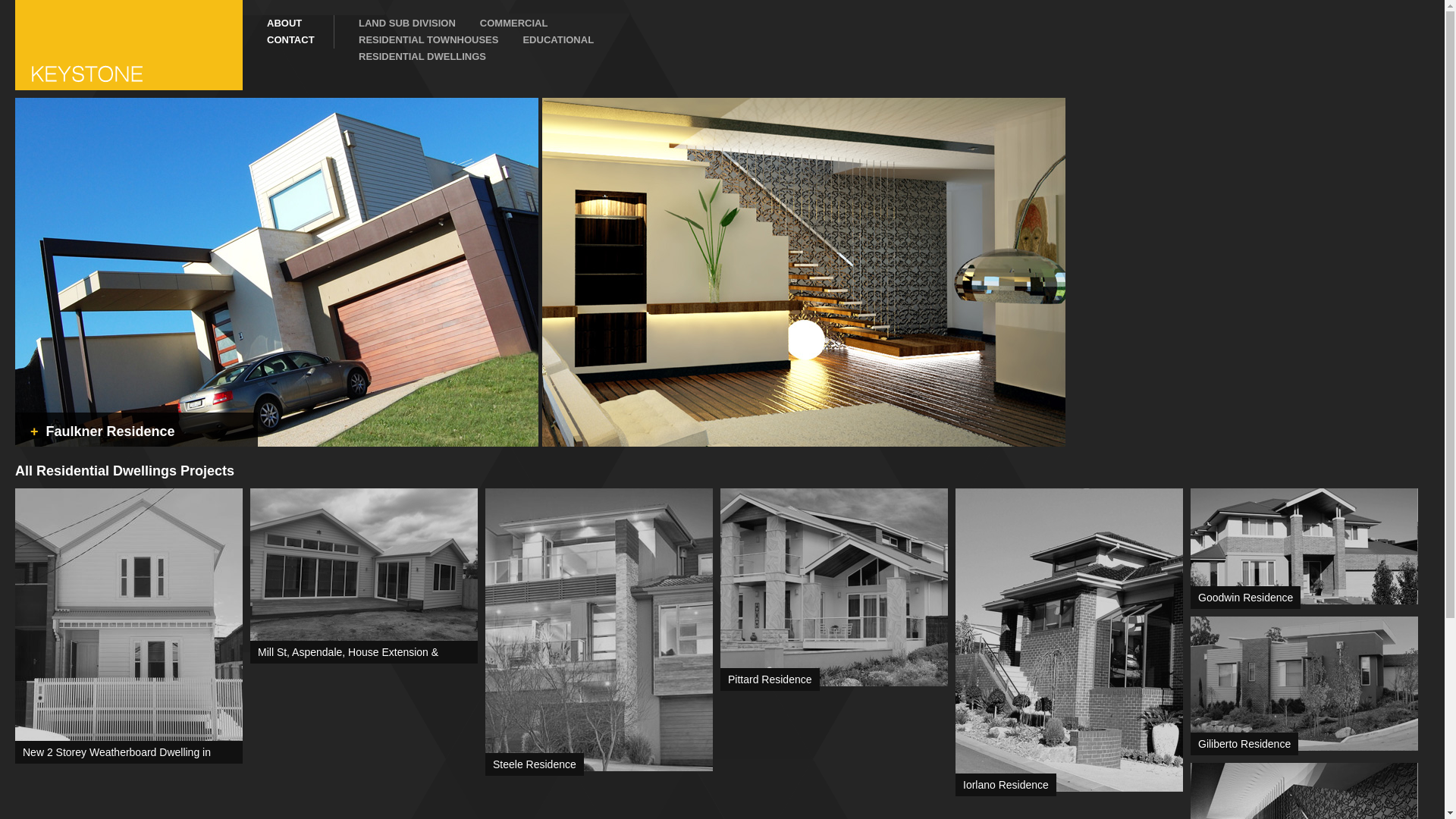  Describe the element at coordinates (410, 55) in the screenshot. I see `'RESIDENTIAL DWELLINGS'` at that location.